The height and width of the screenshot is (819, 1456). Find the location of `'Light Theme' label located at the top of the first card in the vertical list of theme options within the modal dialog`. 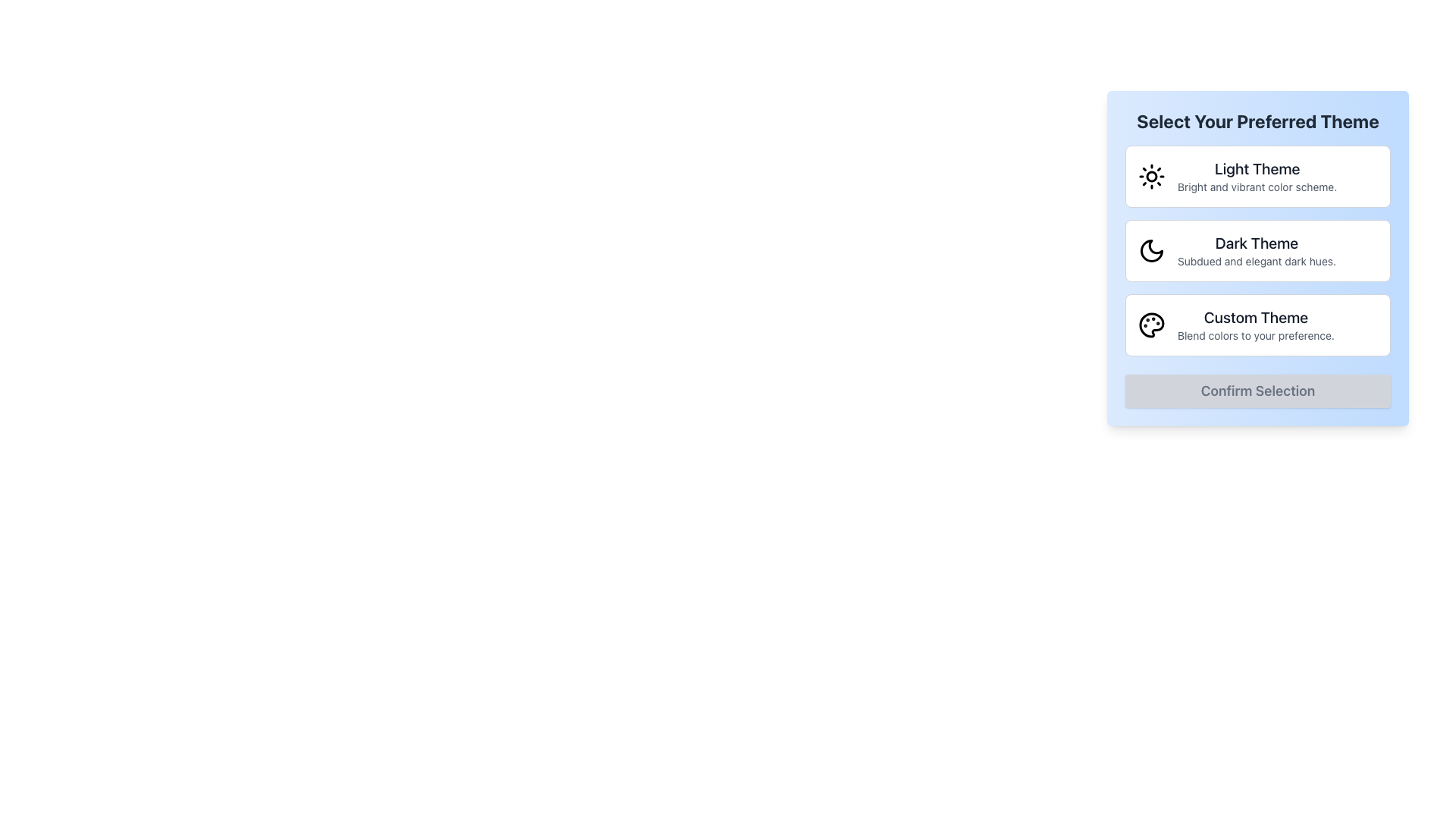

'Light Theme' label located at the top of the first card in the vertical list of theme options within the modal dialog is located at coordinates (1257, 169).